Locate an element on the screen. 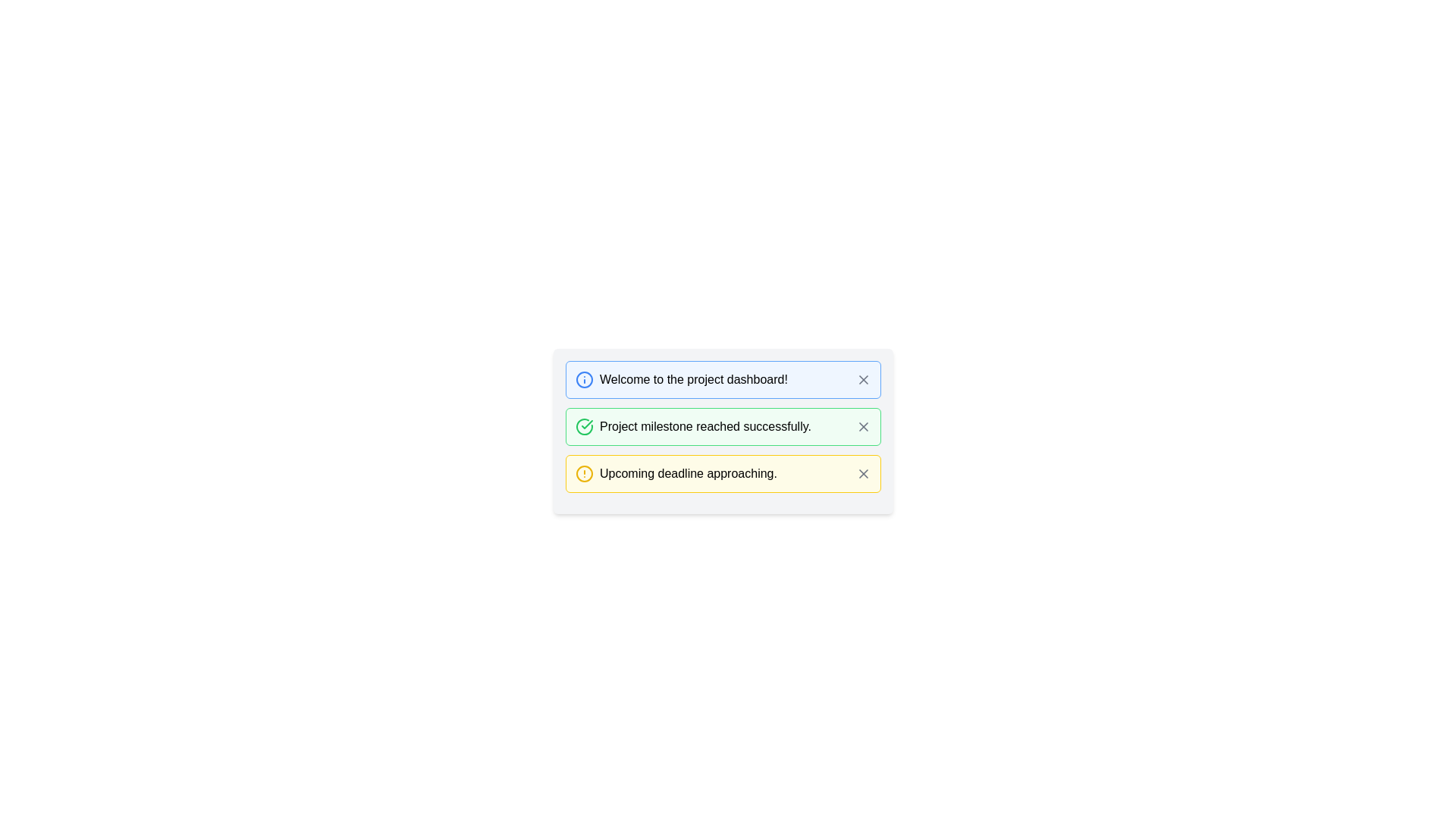  the circular yellow outlined icon with an exclamation mark indicating an alert, located to the left of the text 'Upcoming deadline approaching' is located at coordinates (584, 472).